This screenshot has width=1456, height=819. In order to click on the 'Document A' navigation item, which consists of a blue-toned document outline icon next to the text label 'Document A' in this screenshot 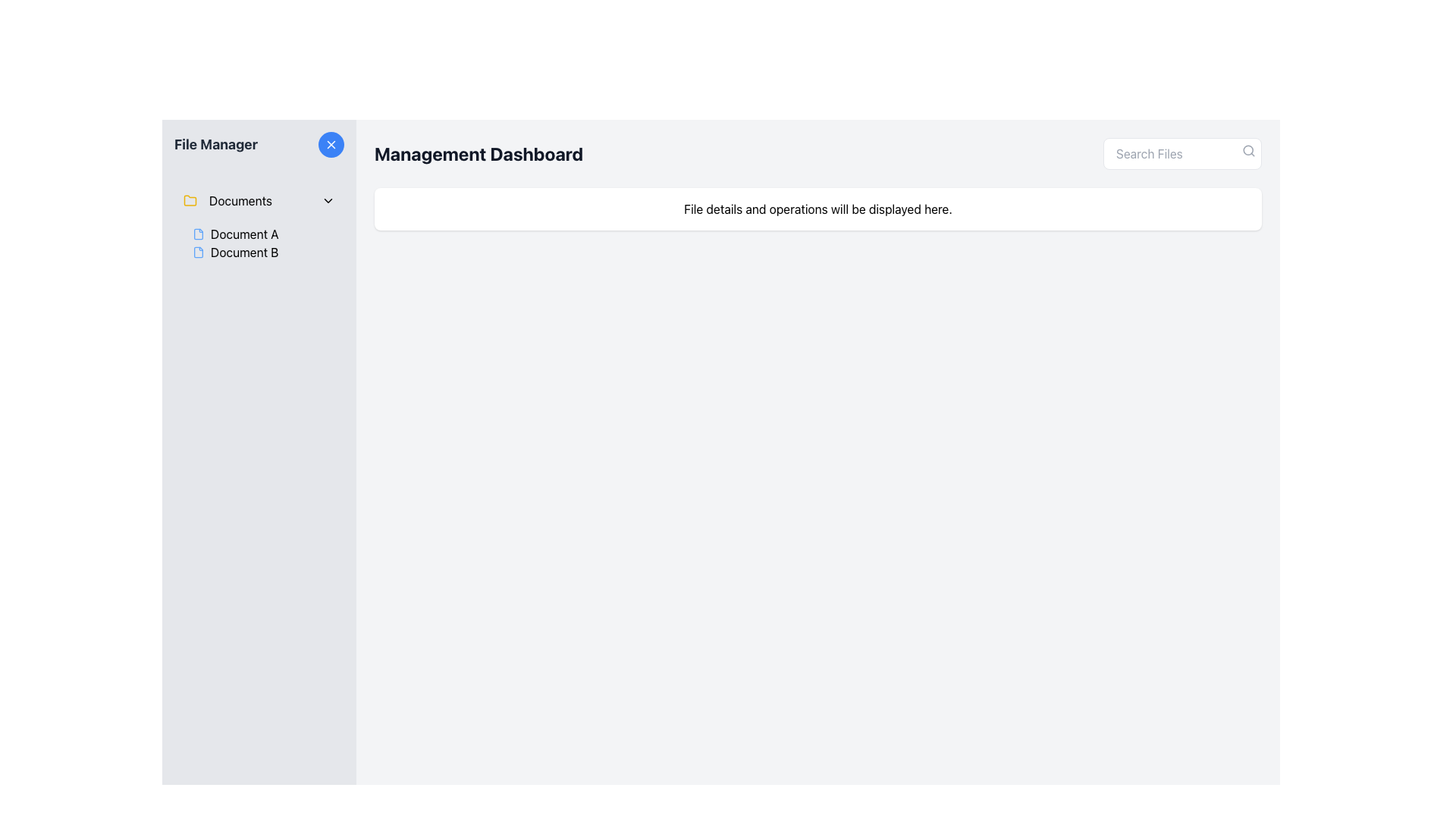, I will do `click(268, 234)`.